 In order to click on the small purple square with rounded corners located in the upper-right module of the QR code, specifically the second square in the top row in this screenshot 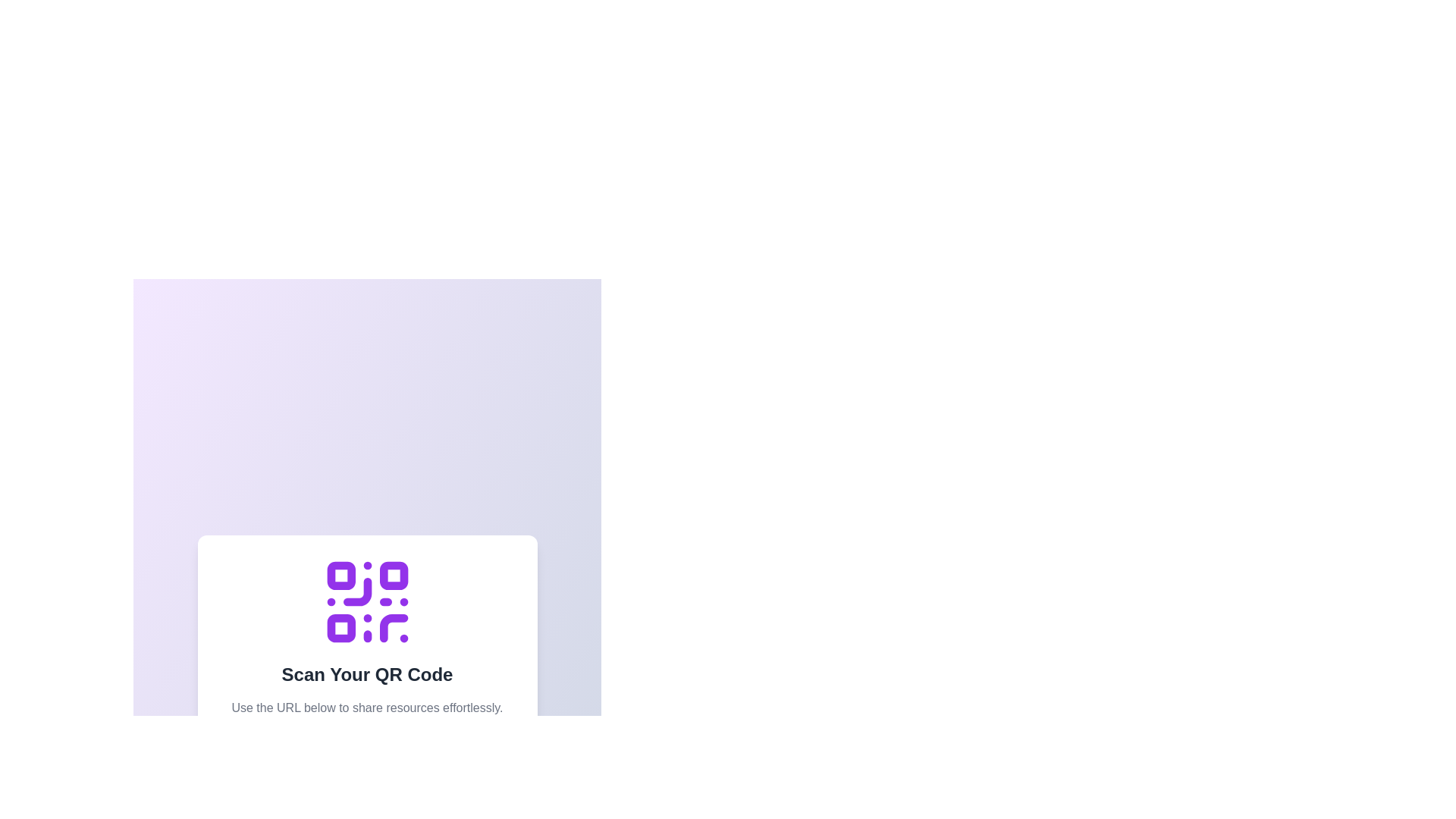, I will do `click(394, 576)`.